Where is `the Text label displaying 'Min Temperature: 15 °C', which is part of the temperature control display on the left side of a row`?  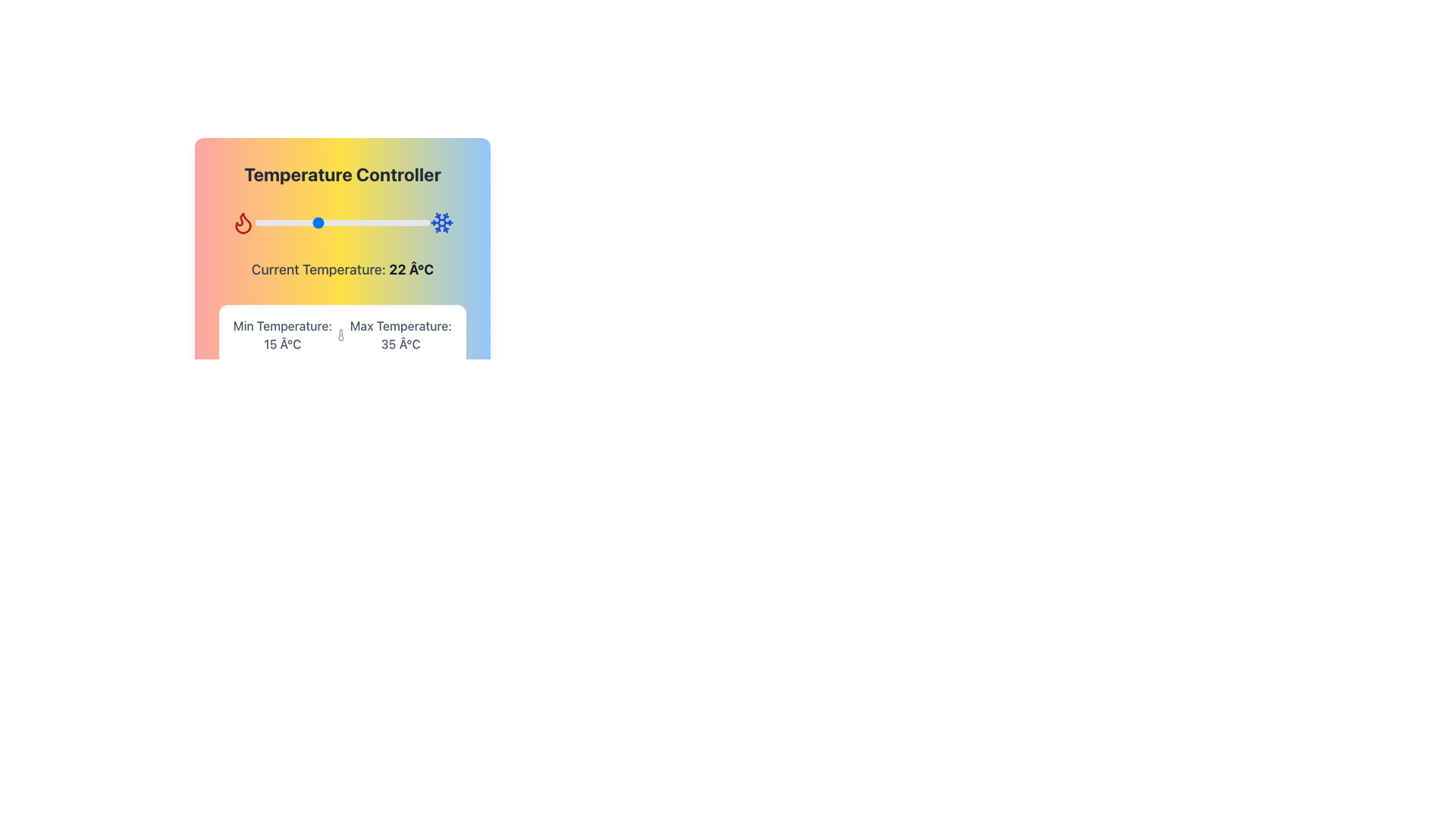 the Text label displaying 'Min Temperature: 15 °C', which is part of the temperature control display on the left side of a row is located at coordinates (282, 334).